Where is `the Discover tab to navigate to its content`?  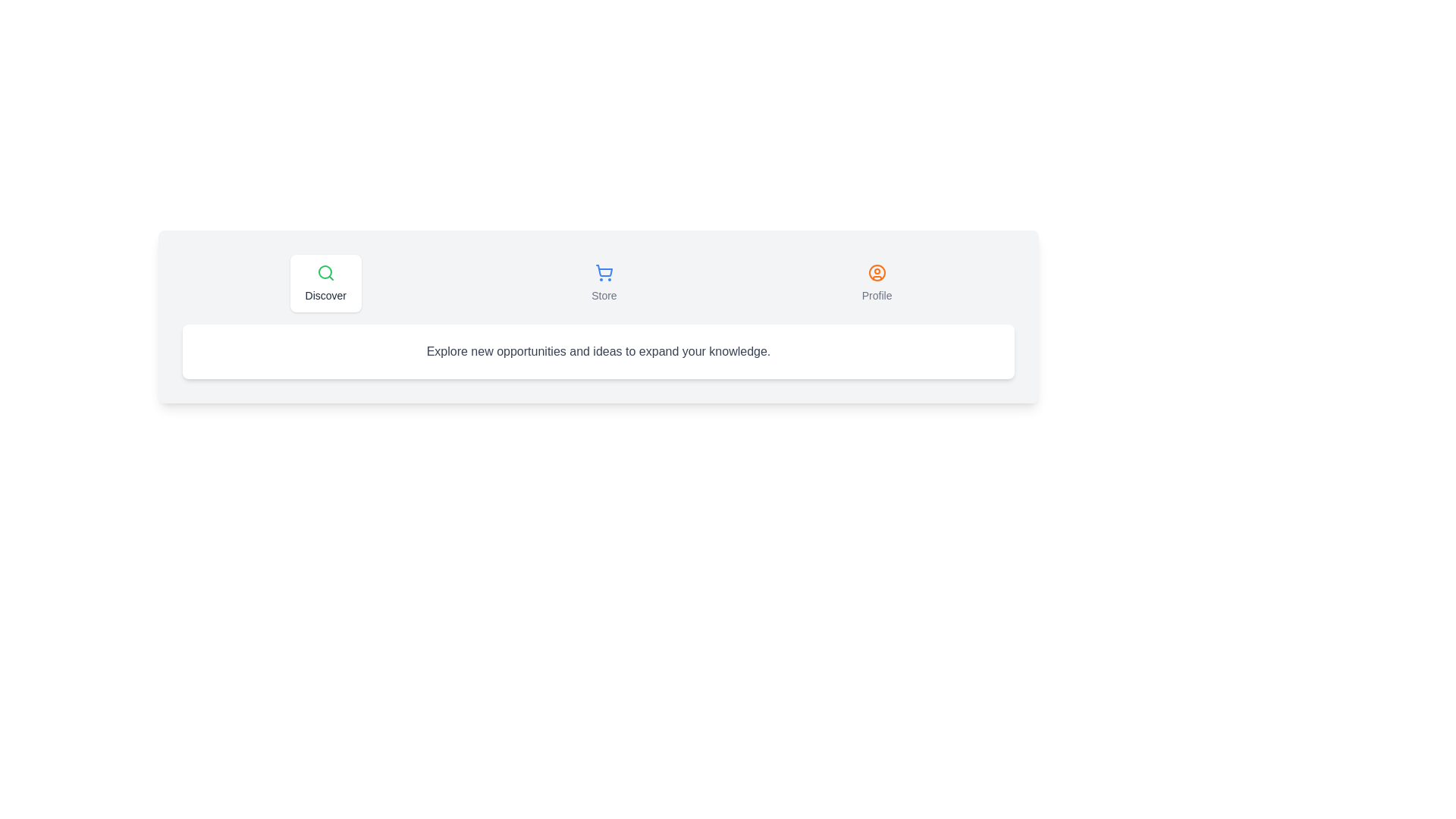 the Discover tab to navigate to its content is located at coordinates (325, 284).